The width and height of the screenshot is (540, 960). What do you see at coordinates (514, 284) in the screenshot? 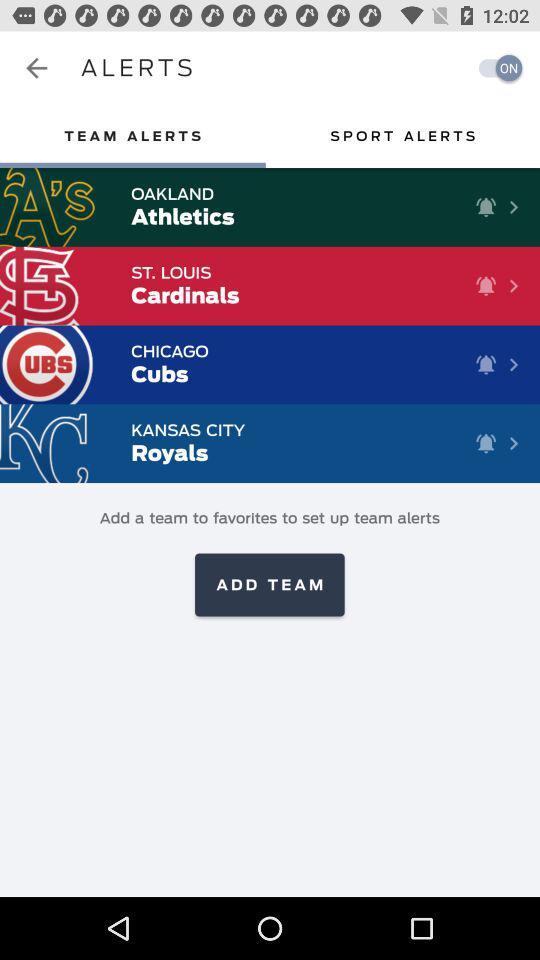
I see `second right arrow in web page` at bounding box center [514, 284].